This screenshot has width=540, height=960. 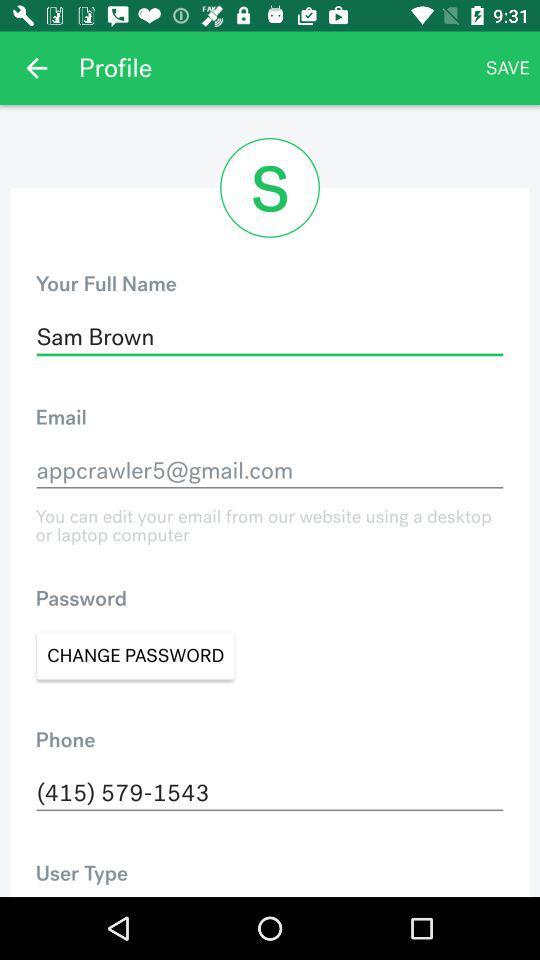 I want to click on (415) 579-1543 icon, so click(x=270, y=793).